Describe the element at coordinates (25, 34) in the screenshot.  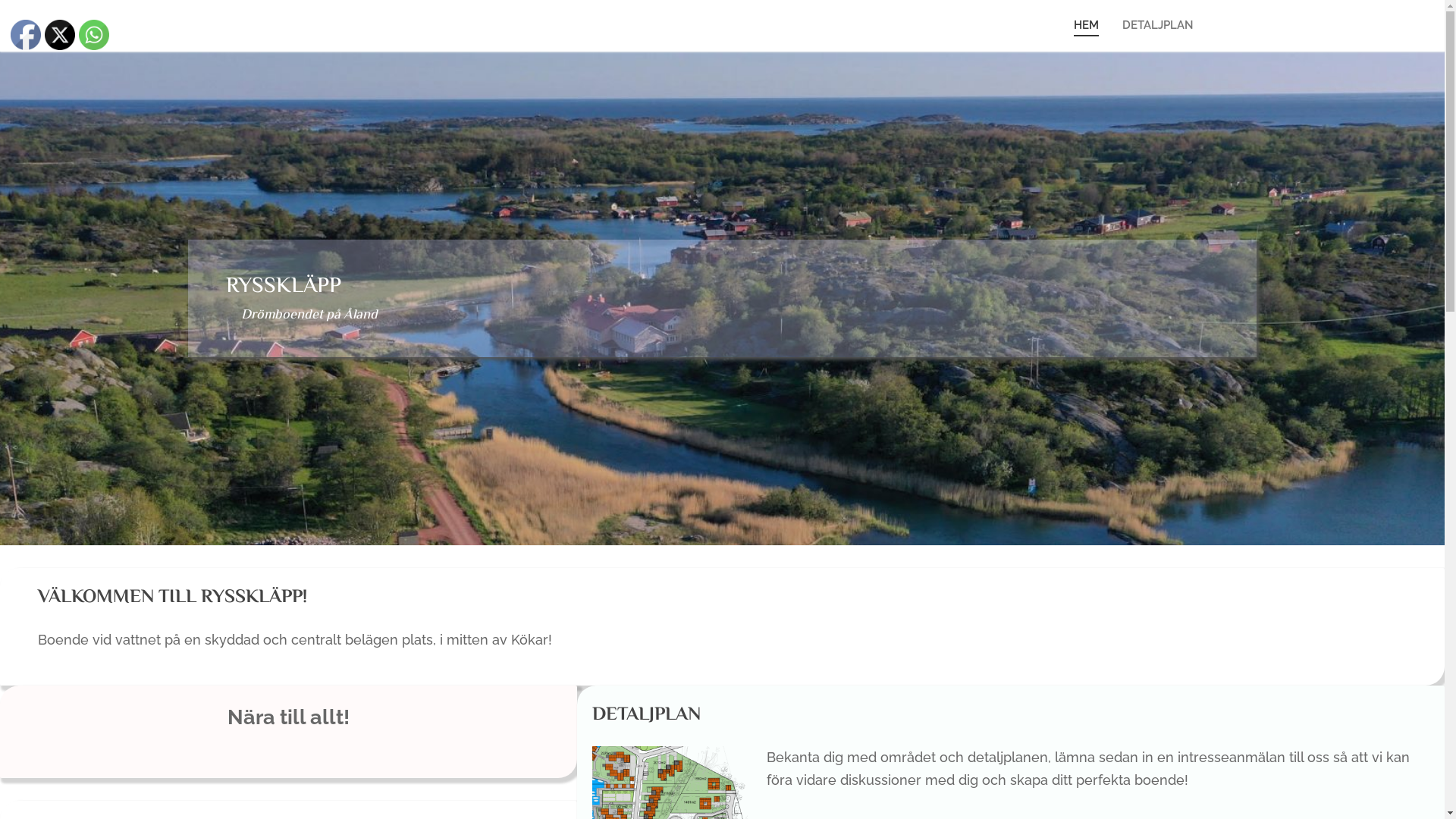
I see `'Facebook'` at that location.